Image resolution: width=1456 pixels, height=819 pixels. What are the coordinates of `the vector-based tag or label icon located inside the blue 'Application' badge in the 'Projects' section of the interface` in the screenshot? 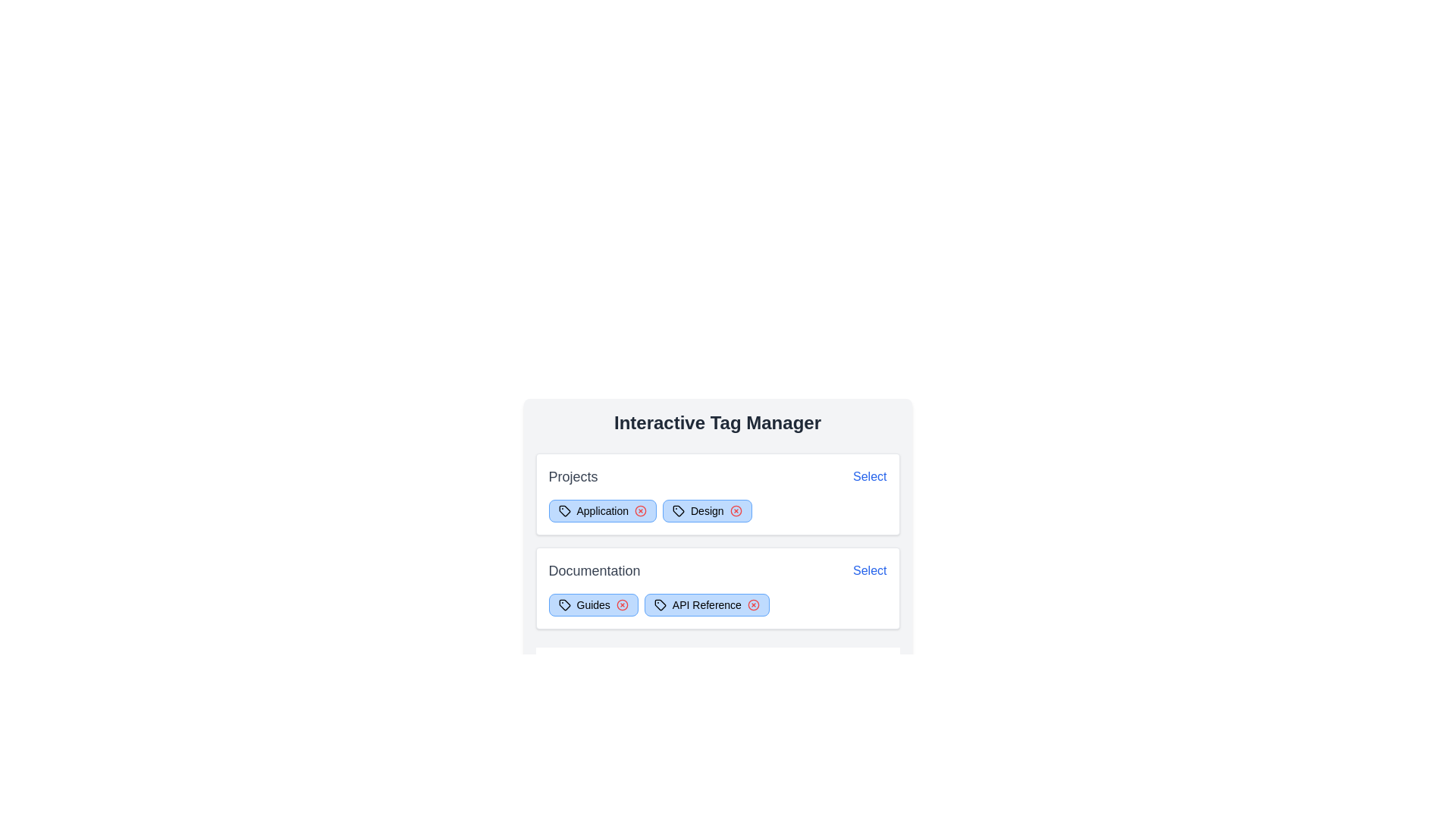 It's located at (563, 511).